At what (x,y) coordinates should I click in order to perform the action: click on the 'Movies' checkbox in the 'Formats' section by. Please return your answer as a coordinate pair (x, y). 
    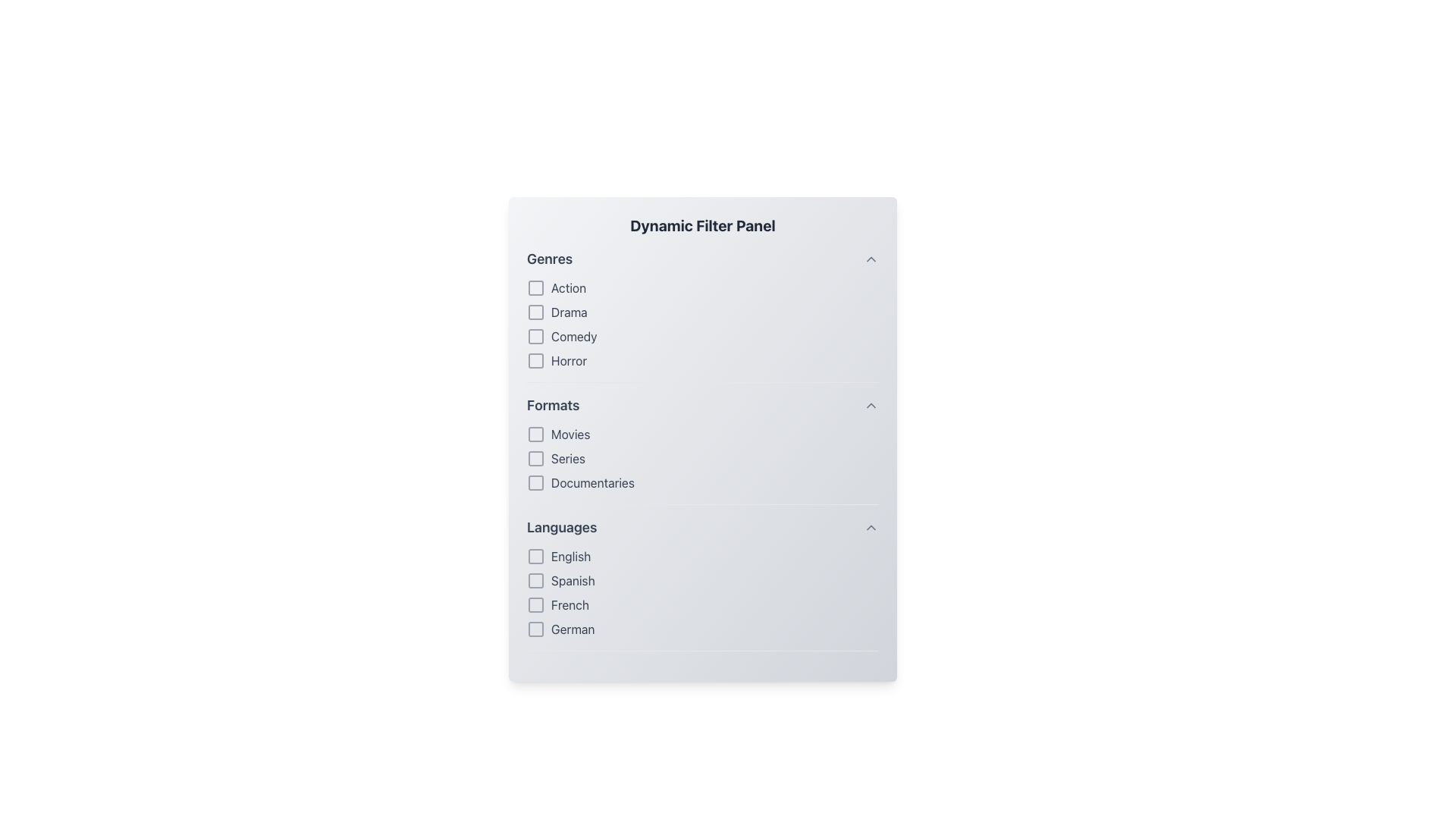
    Looking at the image, I should click on (535, 435).